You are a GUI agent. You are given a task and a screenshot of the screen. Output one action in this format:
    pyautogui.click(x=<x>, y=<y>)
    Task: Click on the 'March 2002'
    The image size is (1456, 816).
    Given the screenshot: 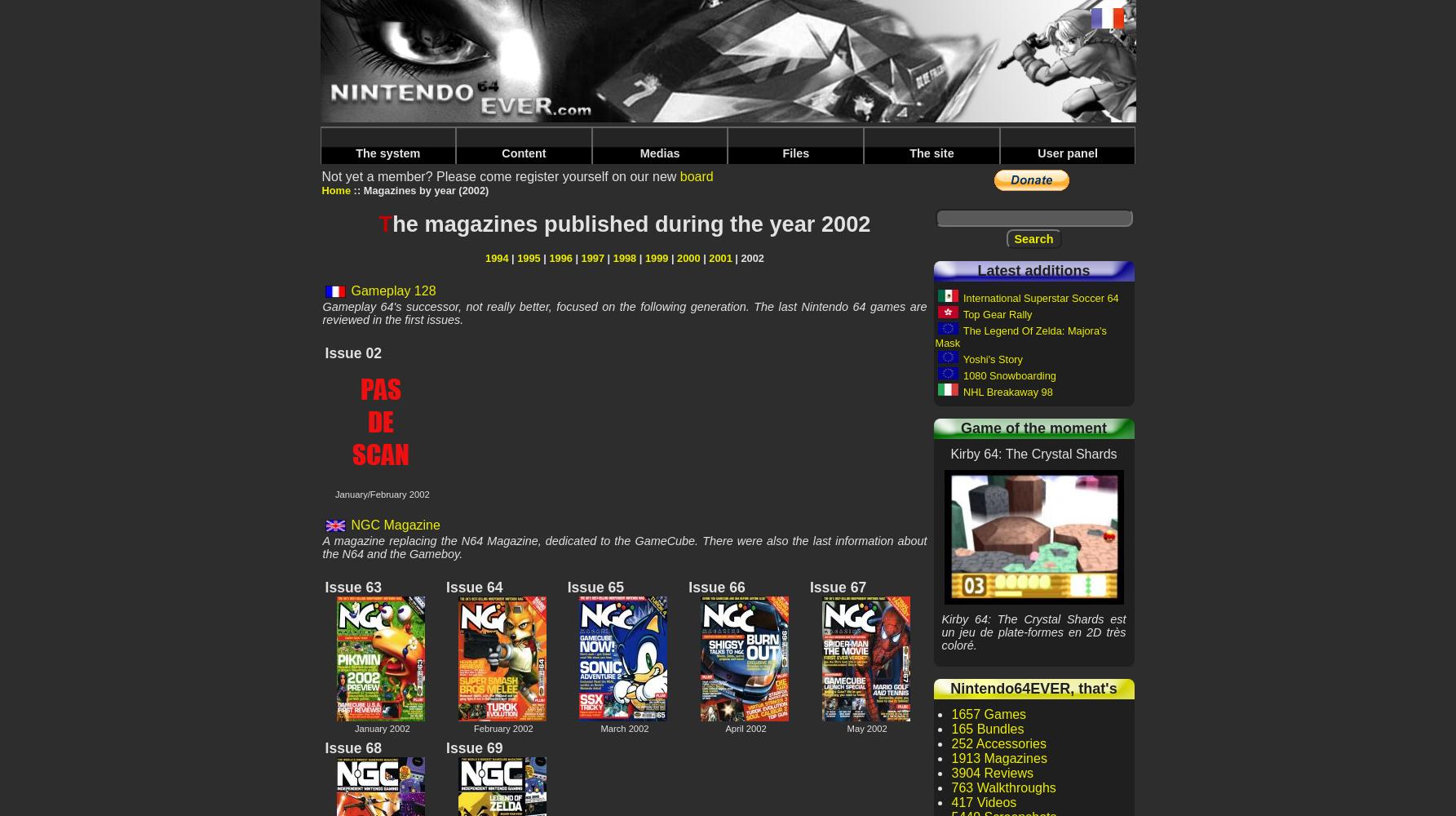 What is the action you would take?
    pyautogui.click(x=624, y=729)
    